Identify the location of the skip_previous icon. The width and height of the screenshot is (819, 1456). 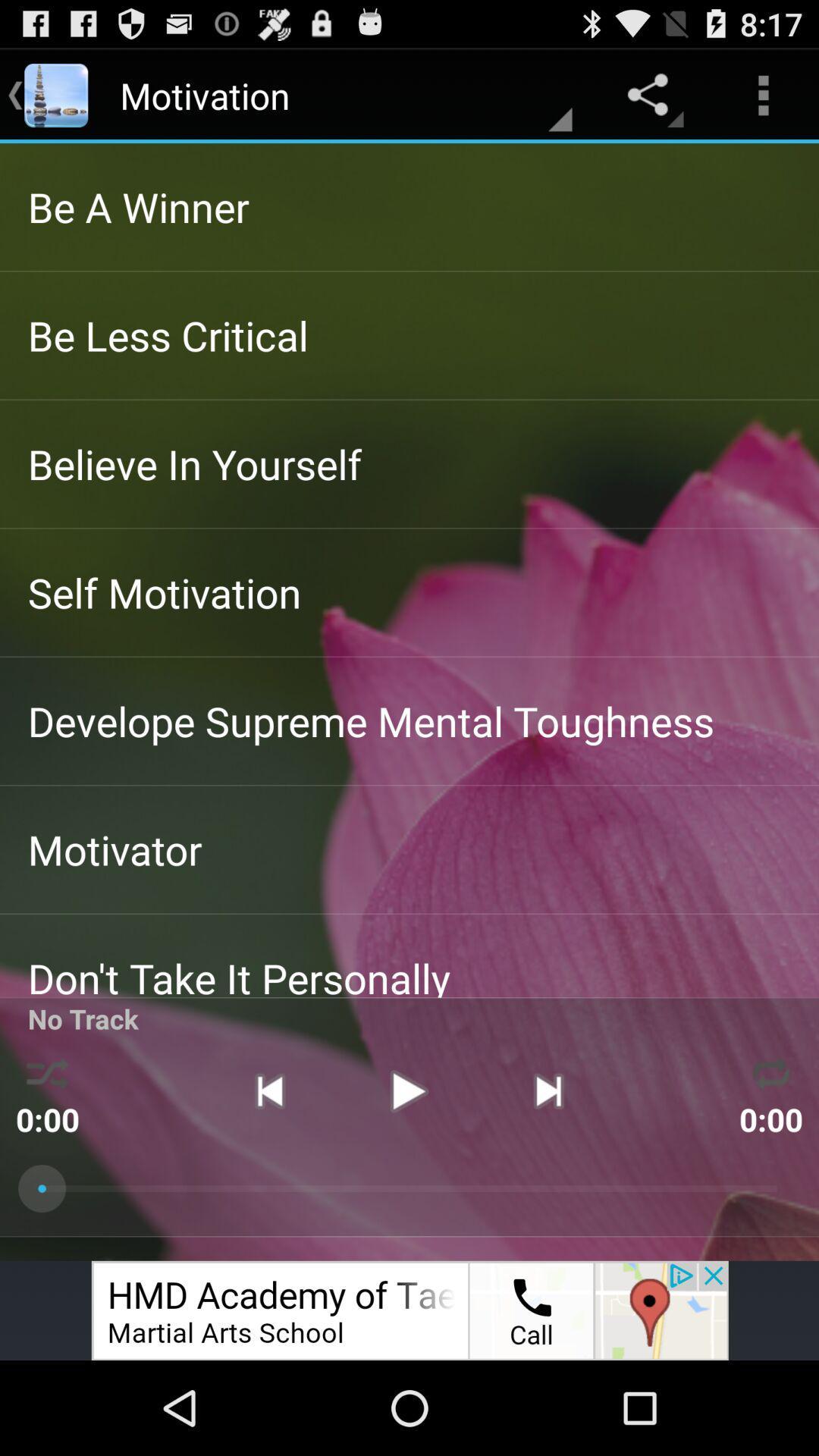
(268, 1166).